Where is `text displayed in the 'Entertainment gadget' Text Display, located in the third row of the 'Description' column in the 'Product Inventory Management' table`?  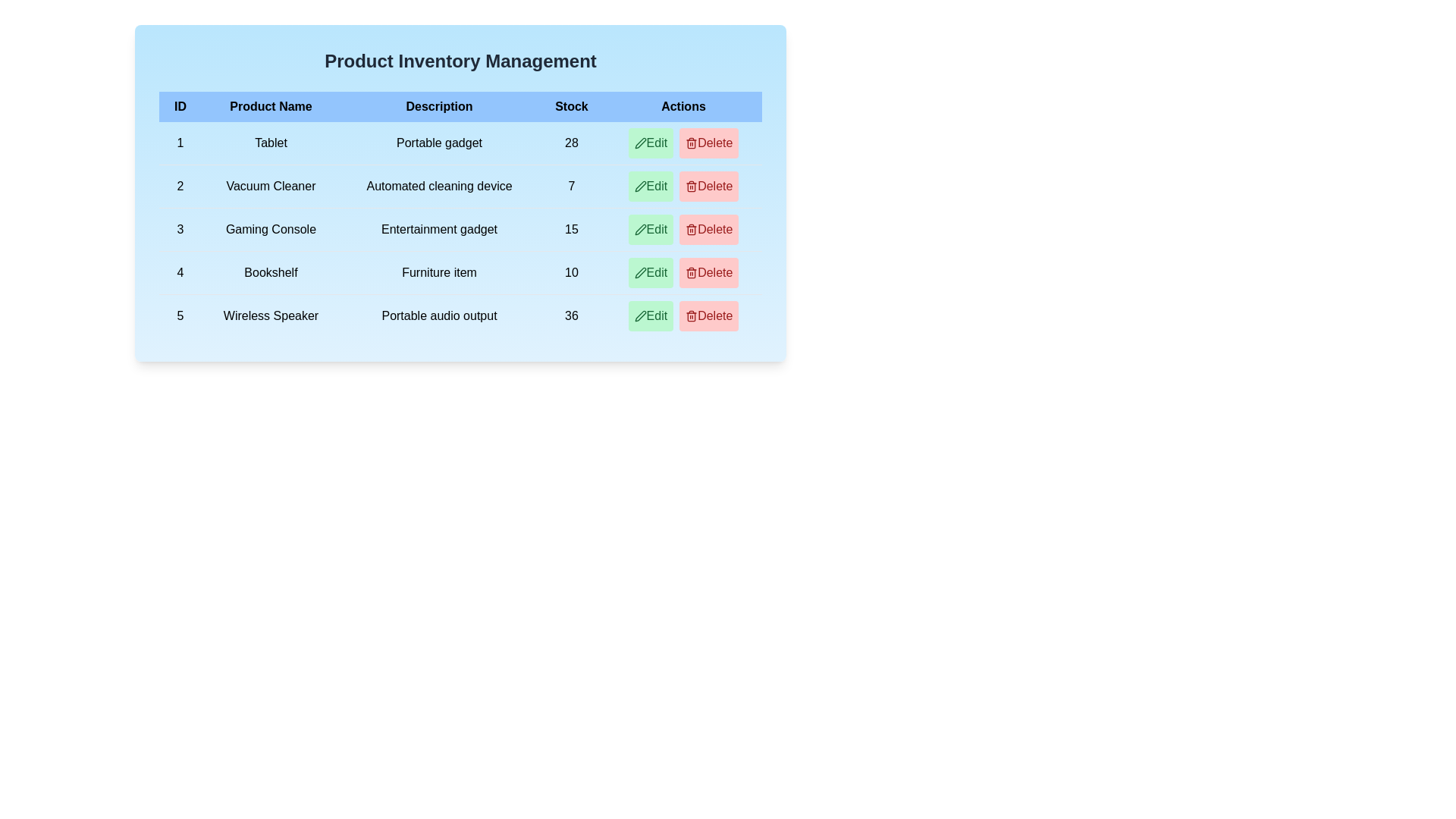
text displayed in the 'Entertainment gadget' Text Display, located in the third row of the 'Description' column in the 'Product Inventory Management' table is located at coordinates (438, 230).